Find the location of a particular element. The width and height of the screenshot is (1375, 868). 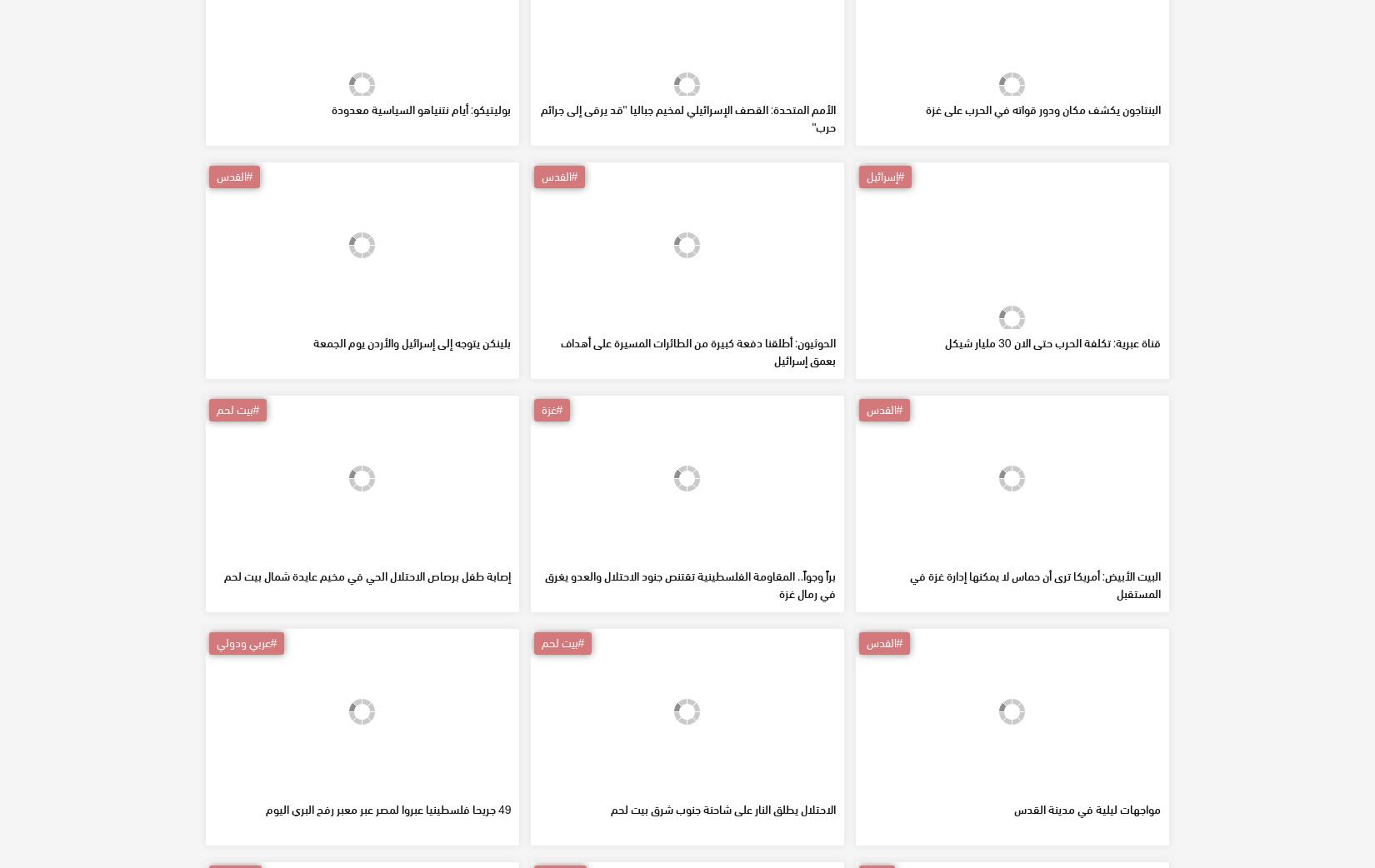

'الأمم المتحدة: القصف الإسرائيلي لمخيم جباليا "قد يرقى إلى جرائم حرب"' is located at coordinates (687, 238).